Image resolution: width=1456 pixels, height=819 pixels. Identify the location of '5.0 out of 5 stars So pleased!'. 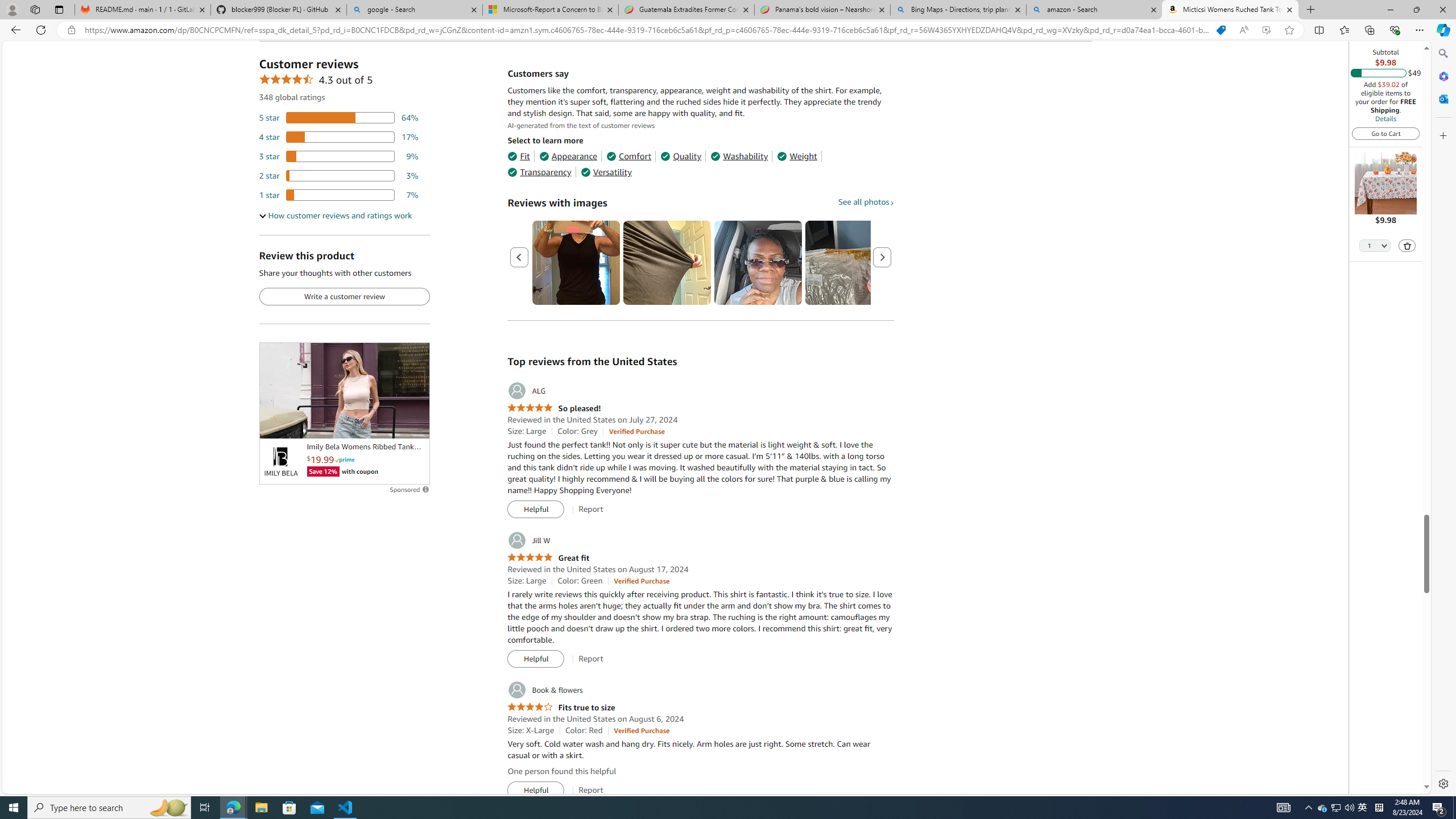
(554, 408).